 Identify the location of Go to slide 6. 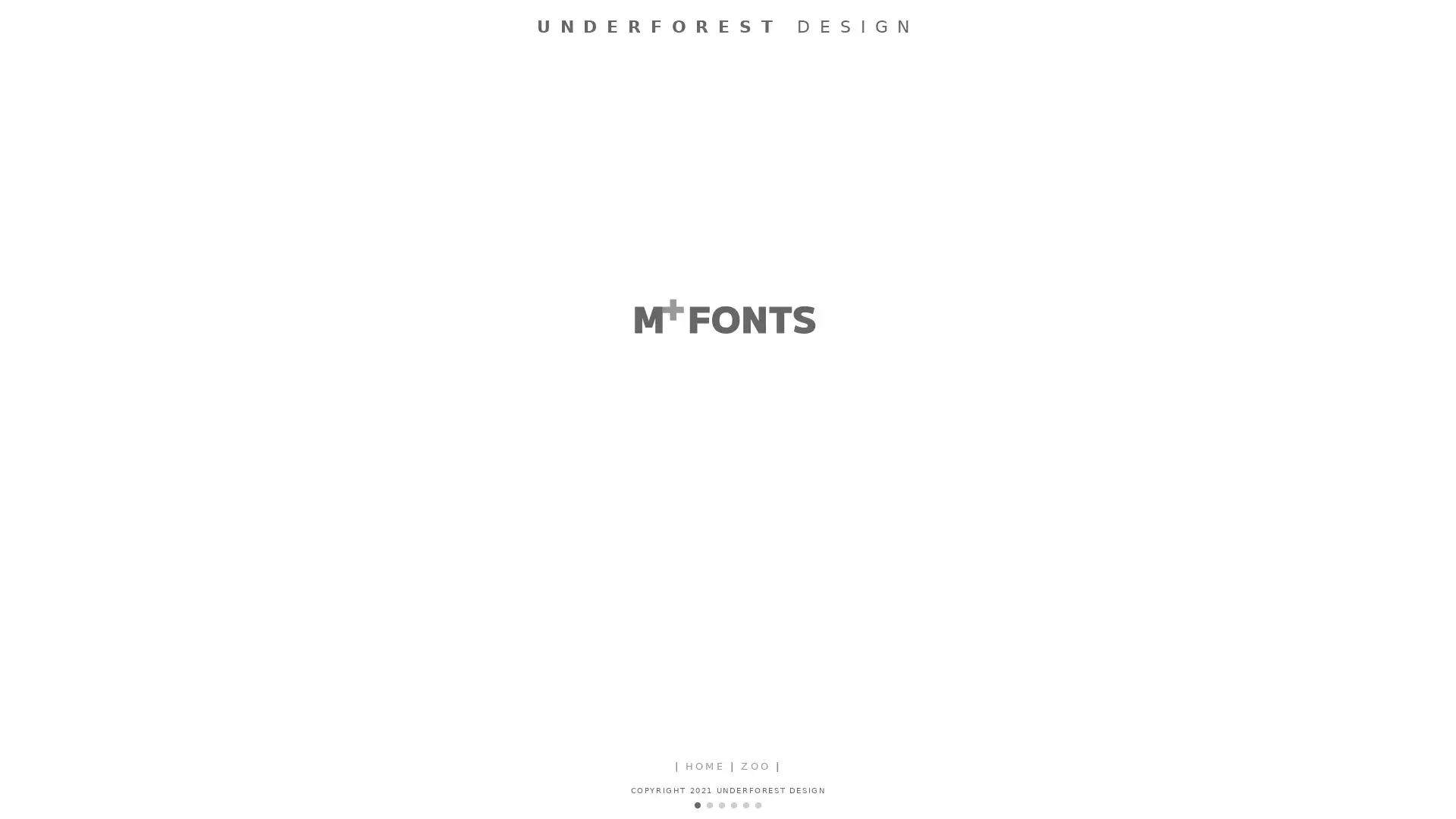
(758, 804).